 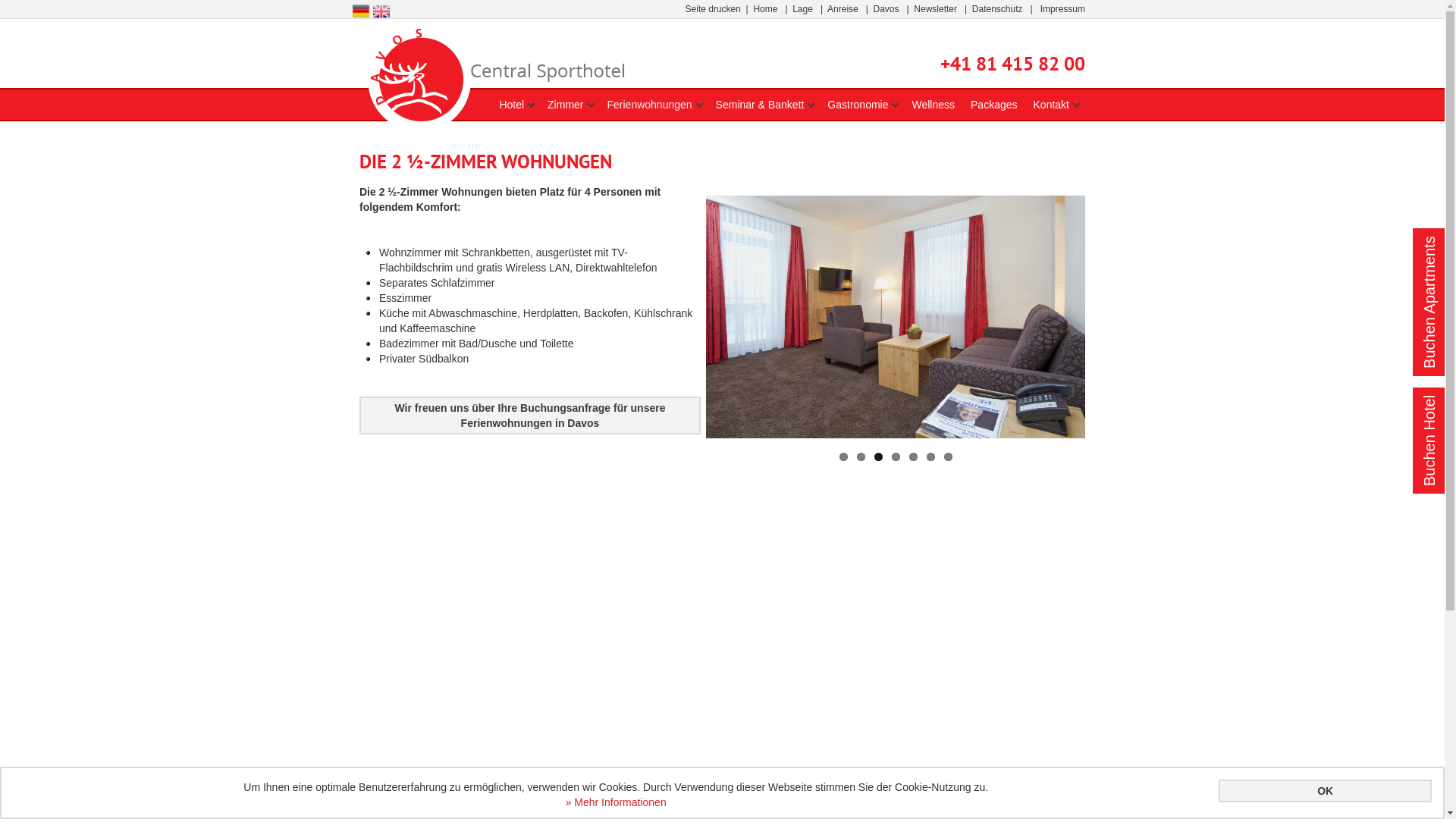 I want to click on 'Wellness', so click(x=910, y=104).